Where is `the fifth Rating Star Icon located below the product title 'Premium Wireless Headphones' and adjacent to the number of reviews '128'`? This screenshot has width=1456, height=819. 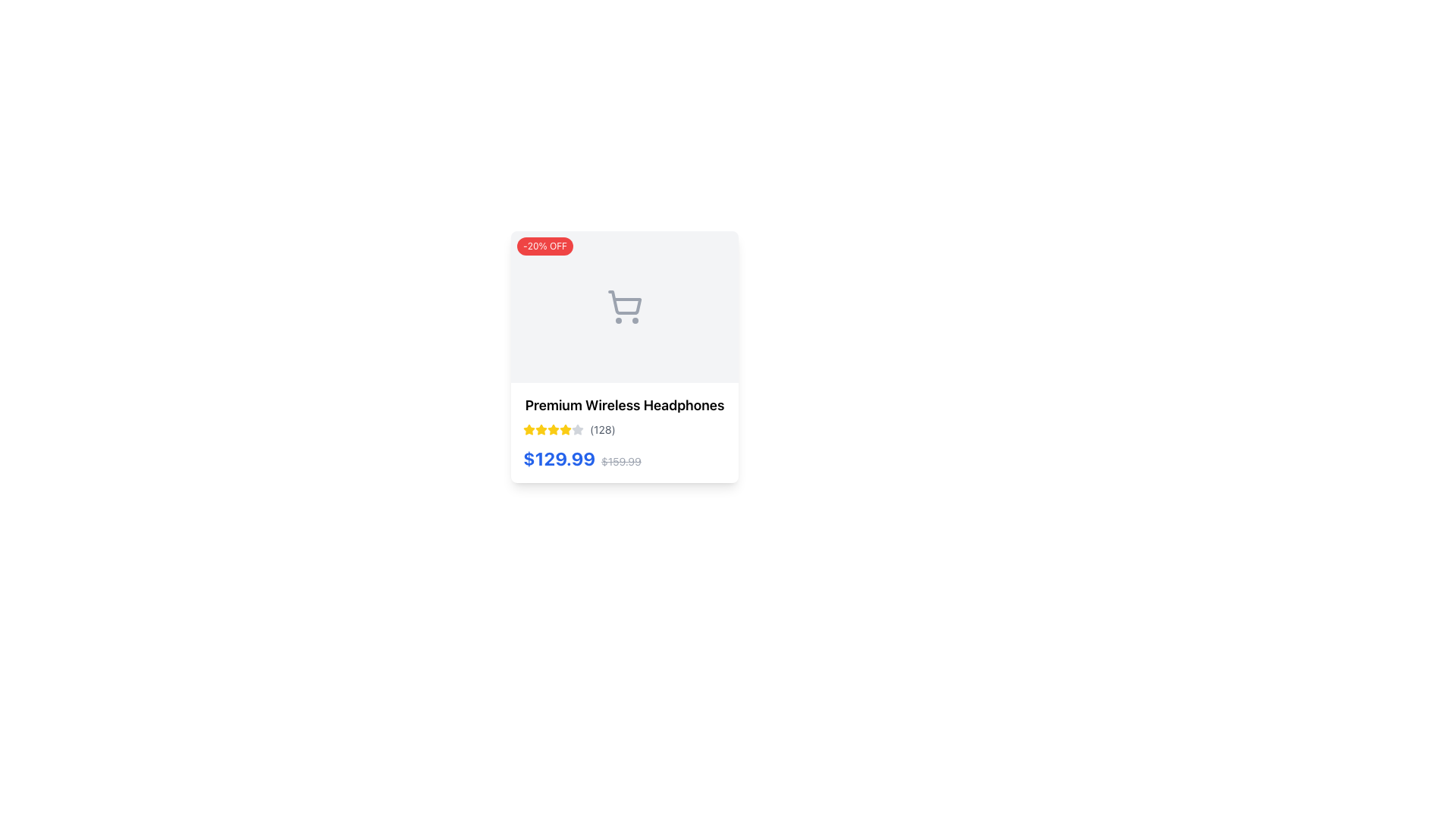
the fifth Rating Star Icon located below the product title 'Premium Wireless Headphones' and adjacent to the number of reviews '128' is located at coordinates (577, 429).